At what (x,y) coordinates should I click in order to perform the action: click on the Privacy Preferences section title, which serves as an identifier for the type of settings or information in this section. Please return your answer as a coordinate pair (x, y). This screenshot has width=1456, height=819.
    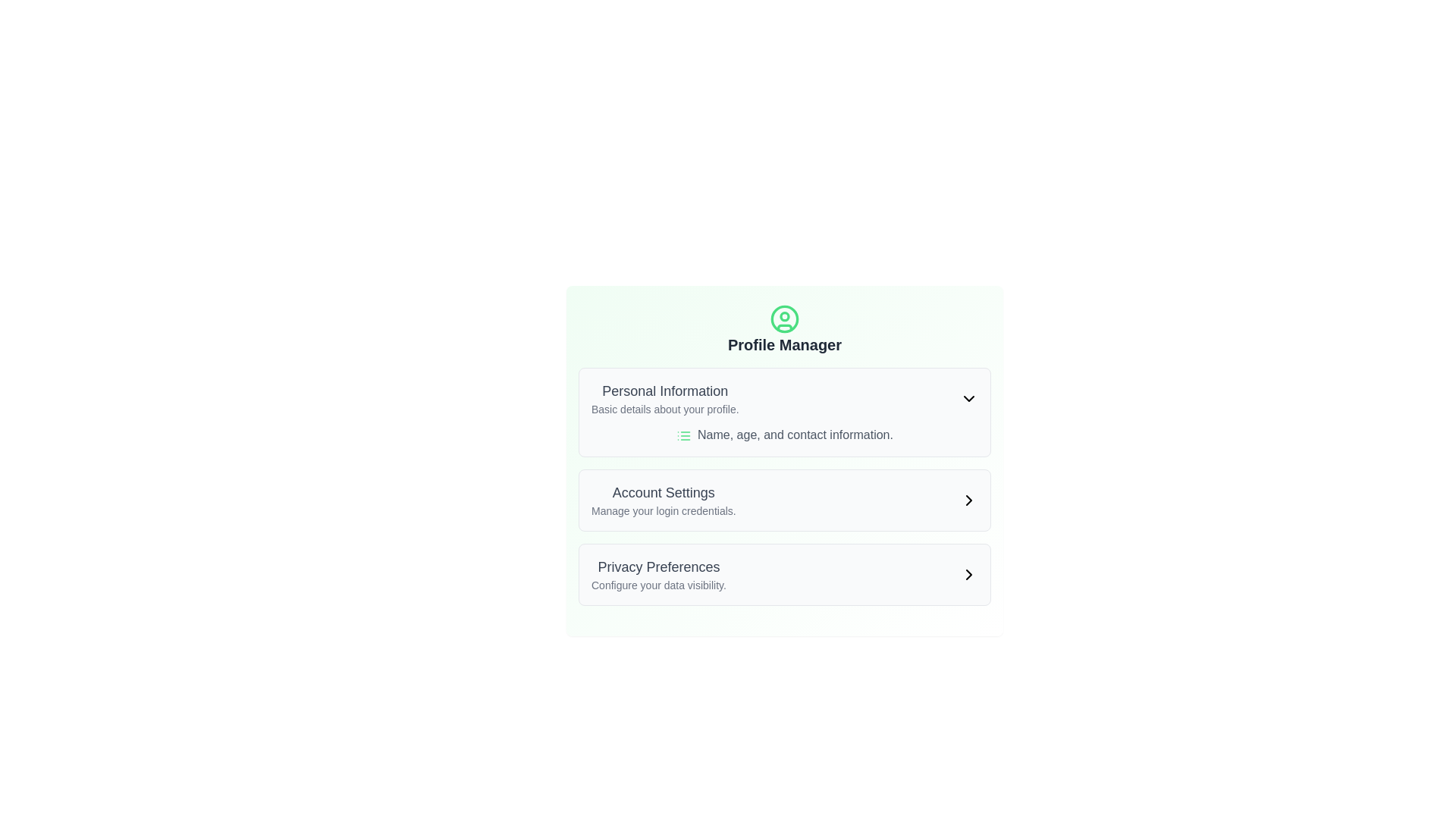
    Looking at the image, I should click on (658, 567).